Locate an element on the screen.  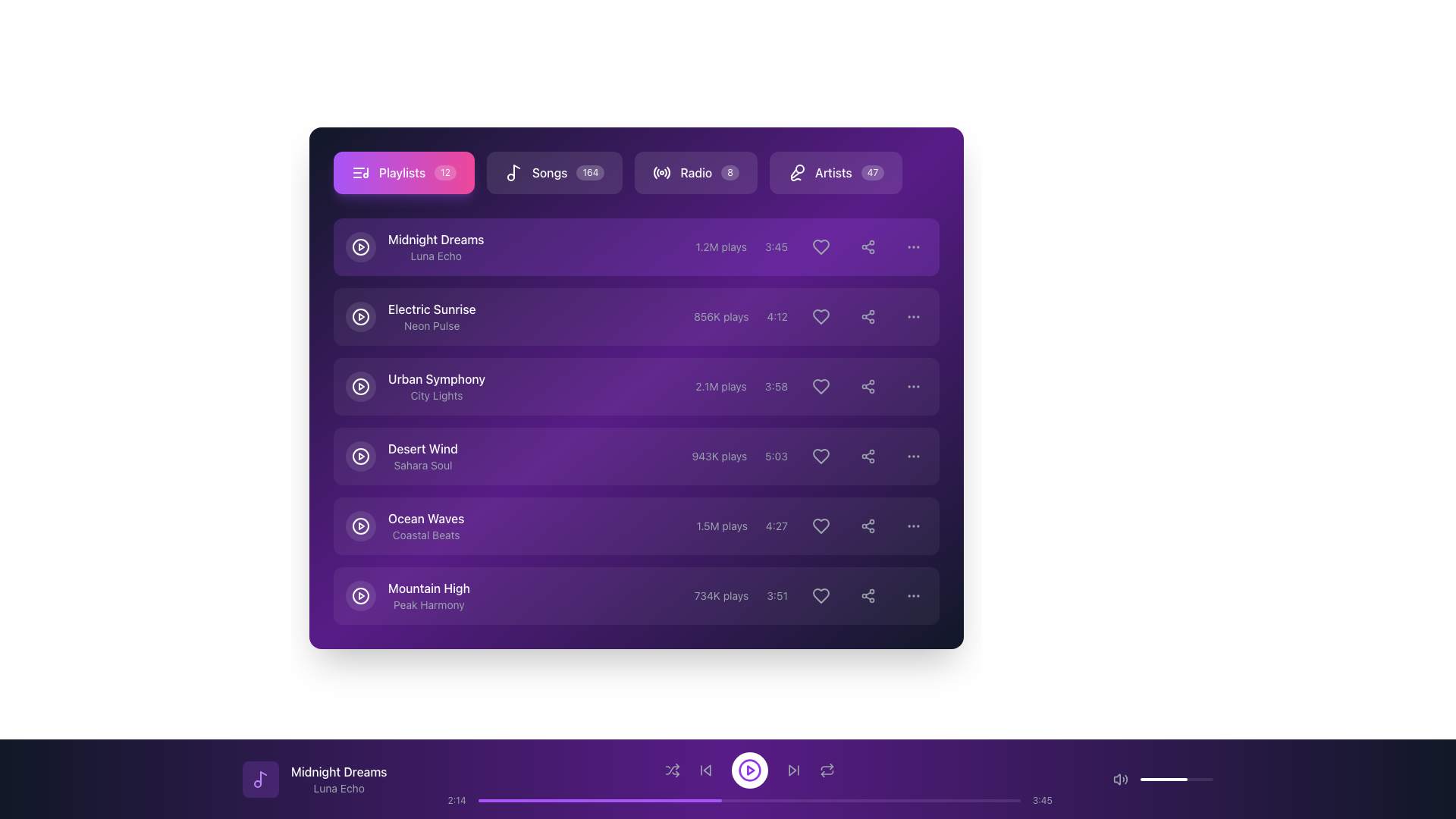
the list item titled 'Desert Wind' which is the fourth item is located at coordinates (636, 455).